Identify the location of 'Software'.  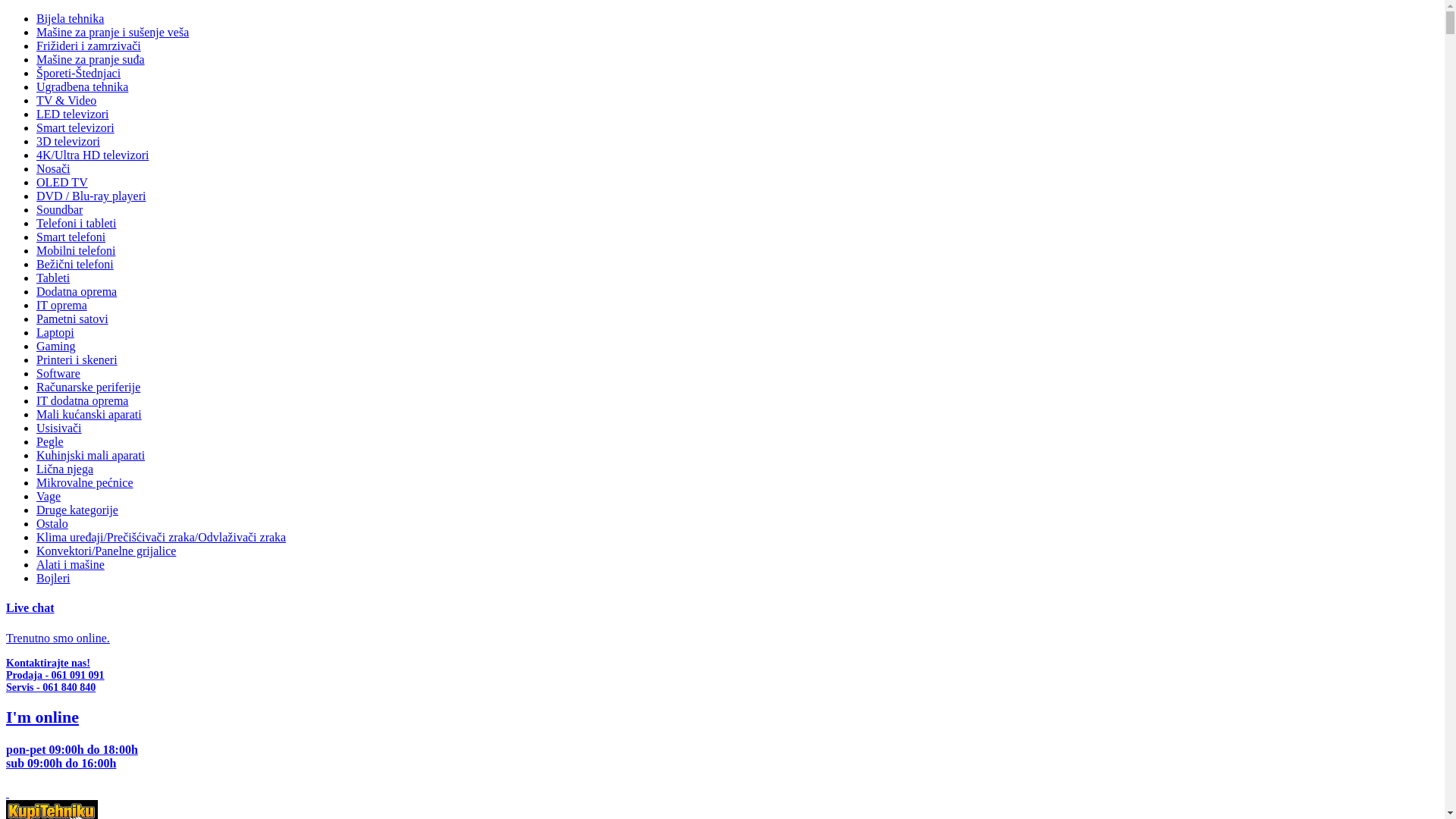
(58, 373).